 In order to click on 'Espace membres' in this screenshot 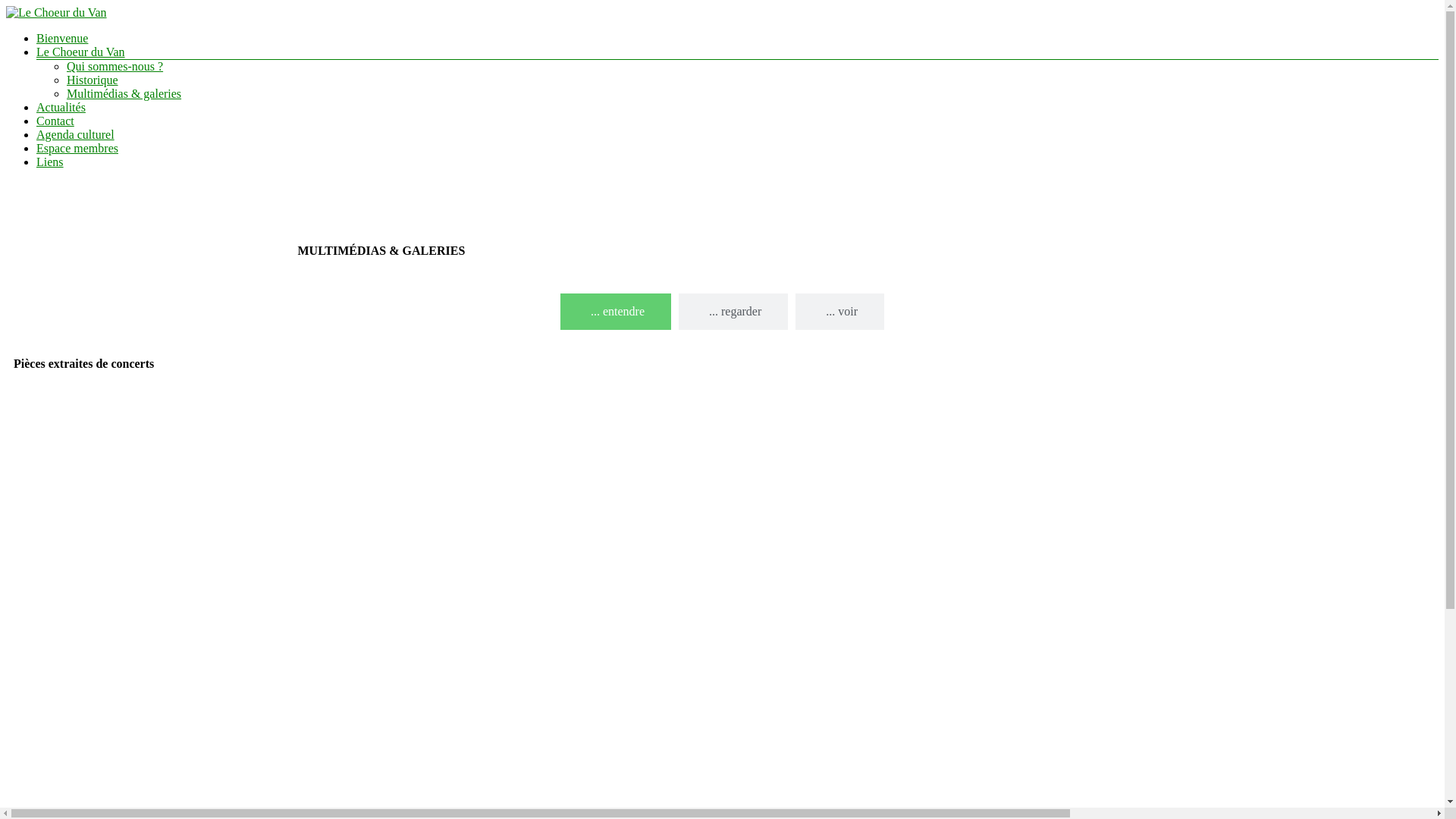, I will do `click(76, 148)`.